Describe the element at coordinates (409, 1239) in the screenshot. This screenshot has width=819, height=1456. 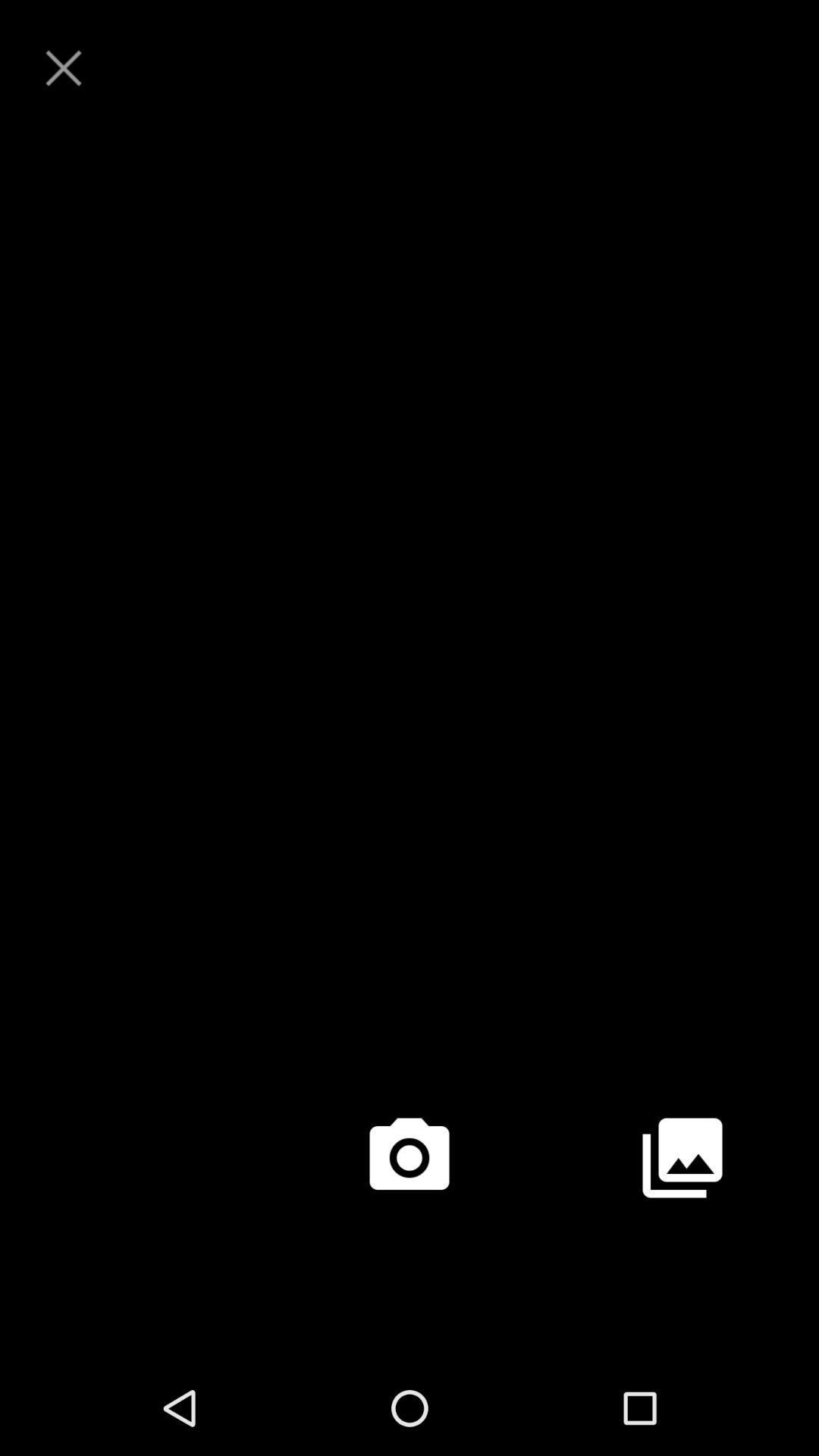
I see `the photo icon` at that location.